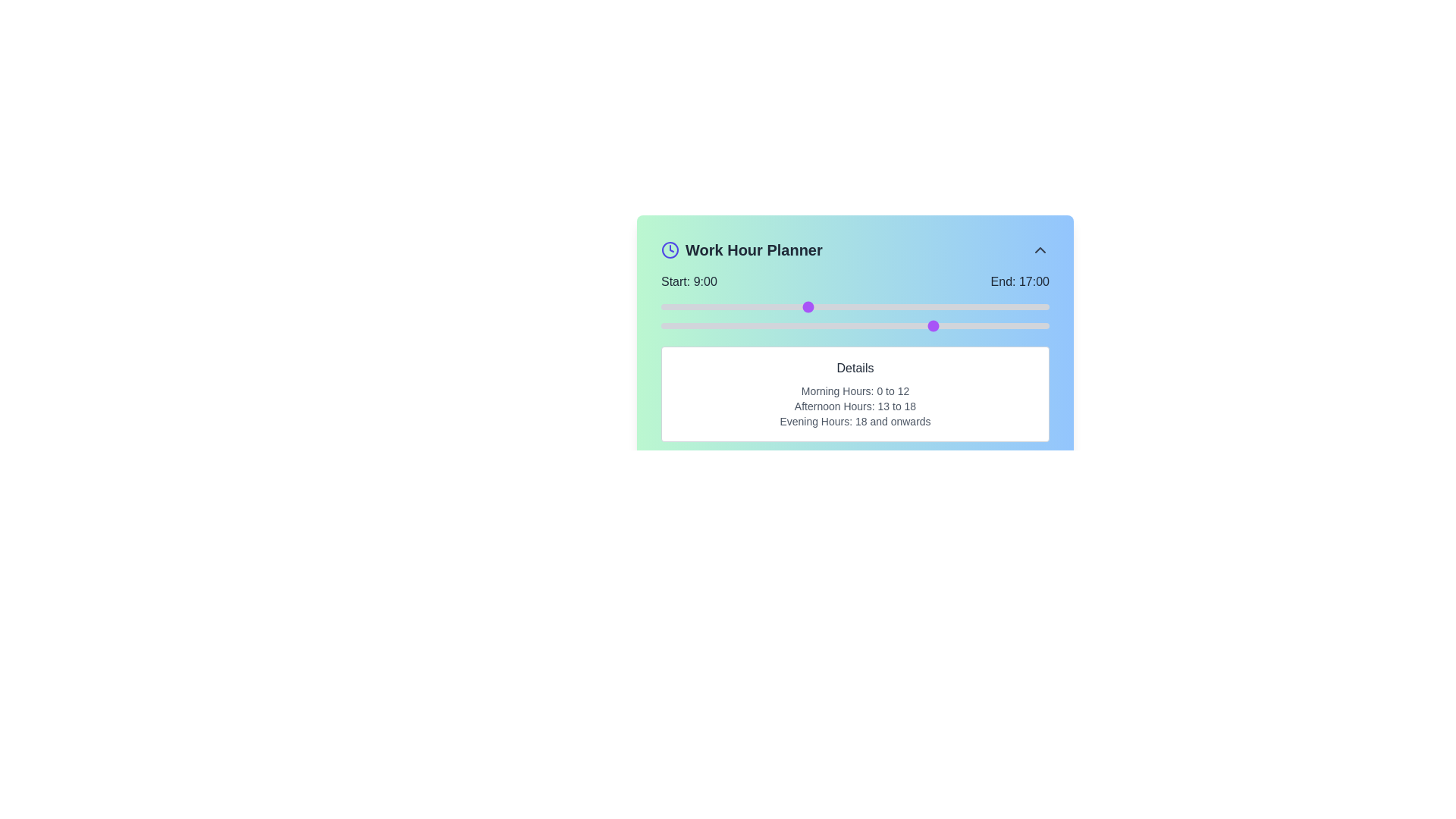 The image size is (1456, 819). I want to click on the start time to 14 hours using the left slider, so click(887, 307).